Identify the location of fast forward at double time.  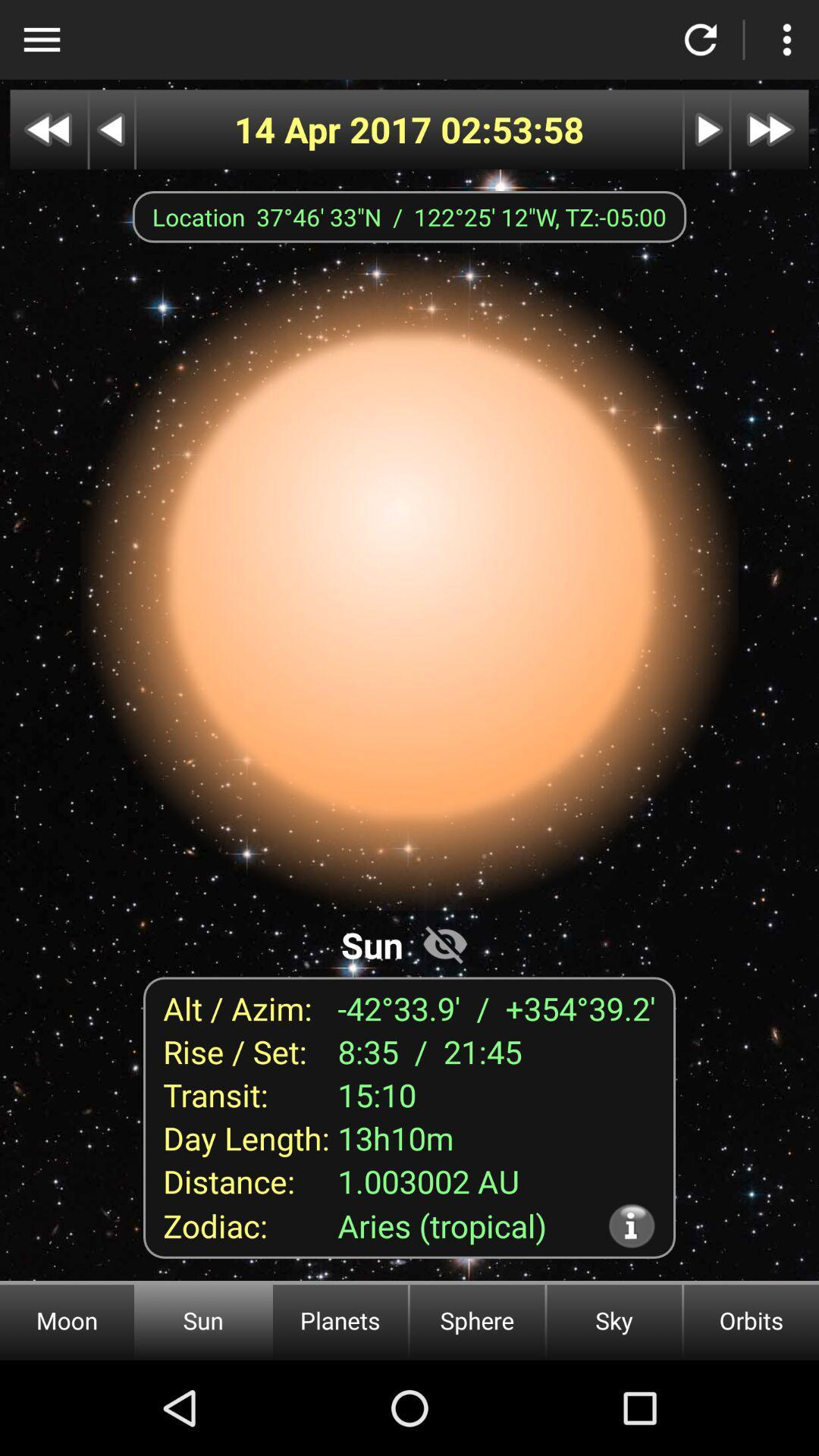
(770, 130).